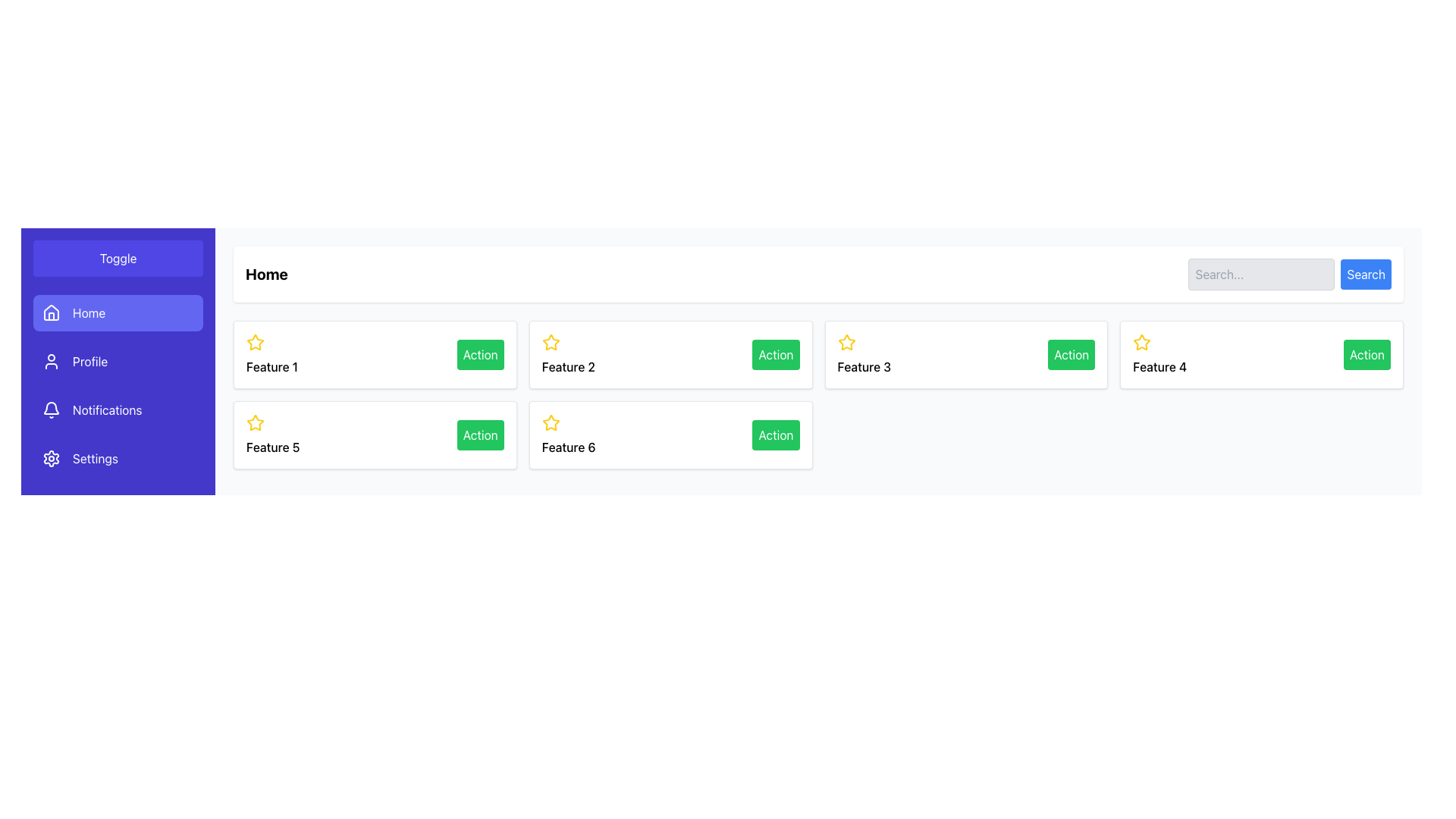  I want to click on the 'Notifications' button, which is the third item in the vertical navigation menu, featuring a bell icon and a purple background, so click(118, 409).